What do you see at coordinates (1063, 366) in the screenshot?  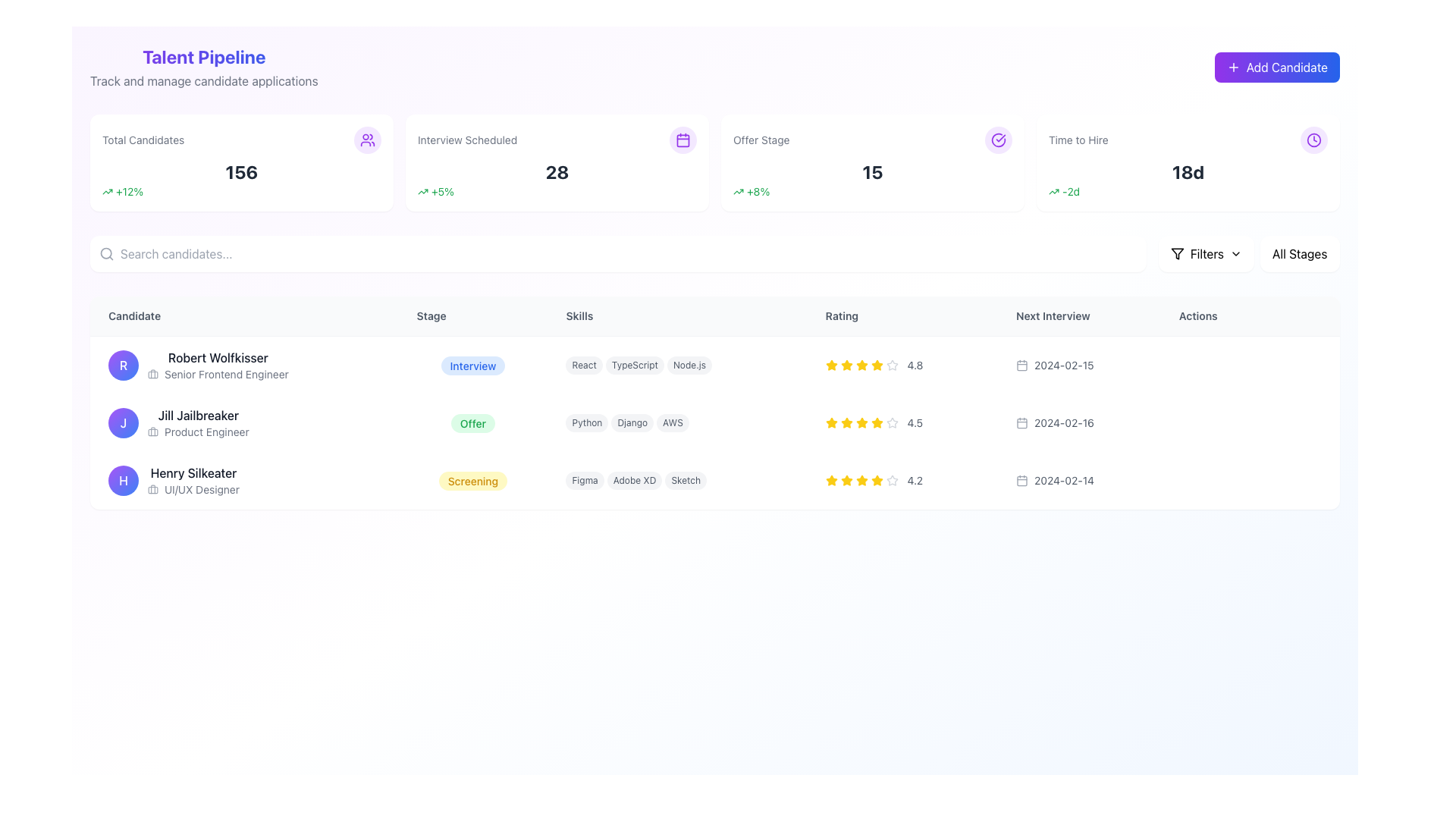 I see `the text element displaying the date '2024-02-15' in the 'Next Interview' column of the first row of the table` at bounding box center [1063, 366].